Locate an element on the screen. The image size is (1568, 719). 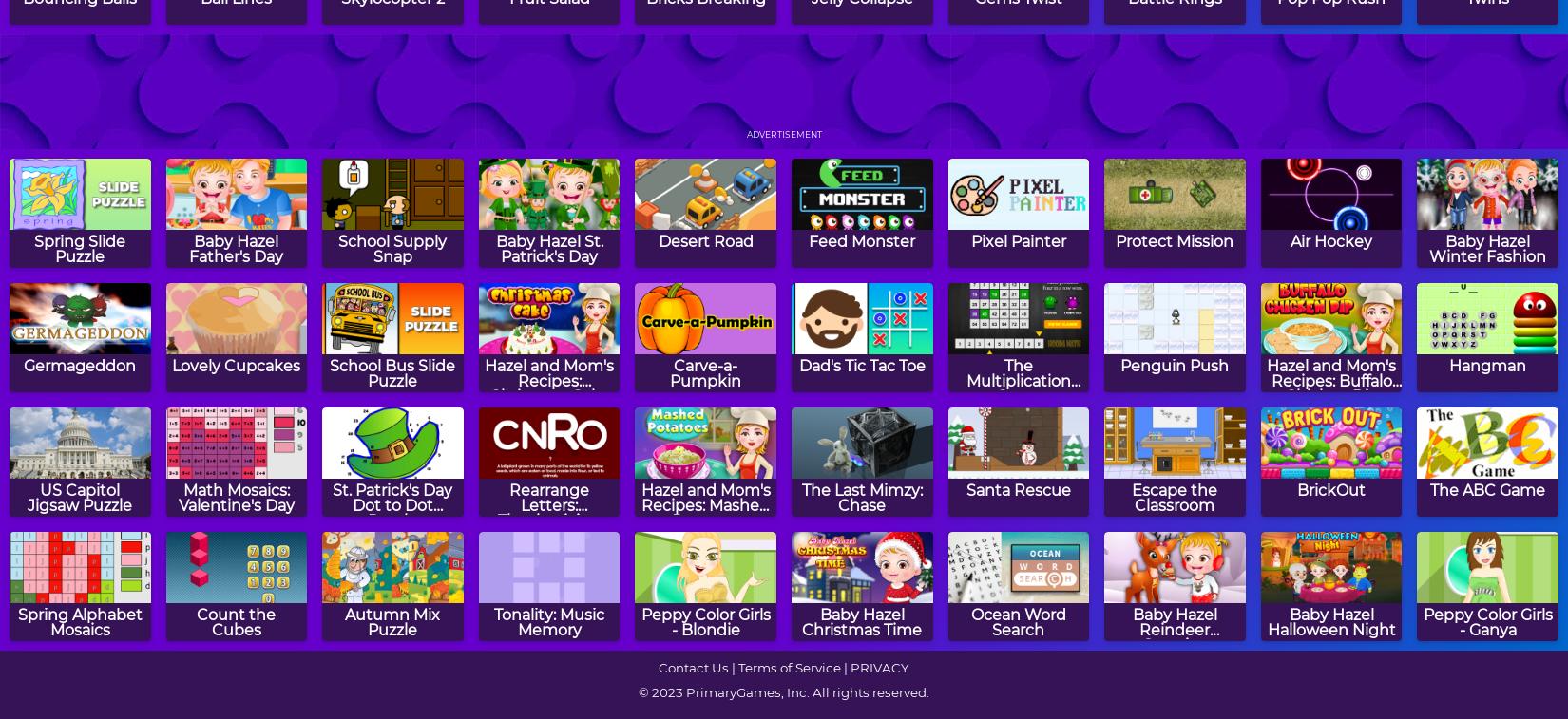
'Tonality: Music Memory' is located at coordinates (493, 622).